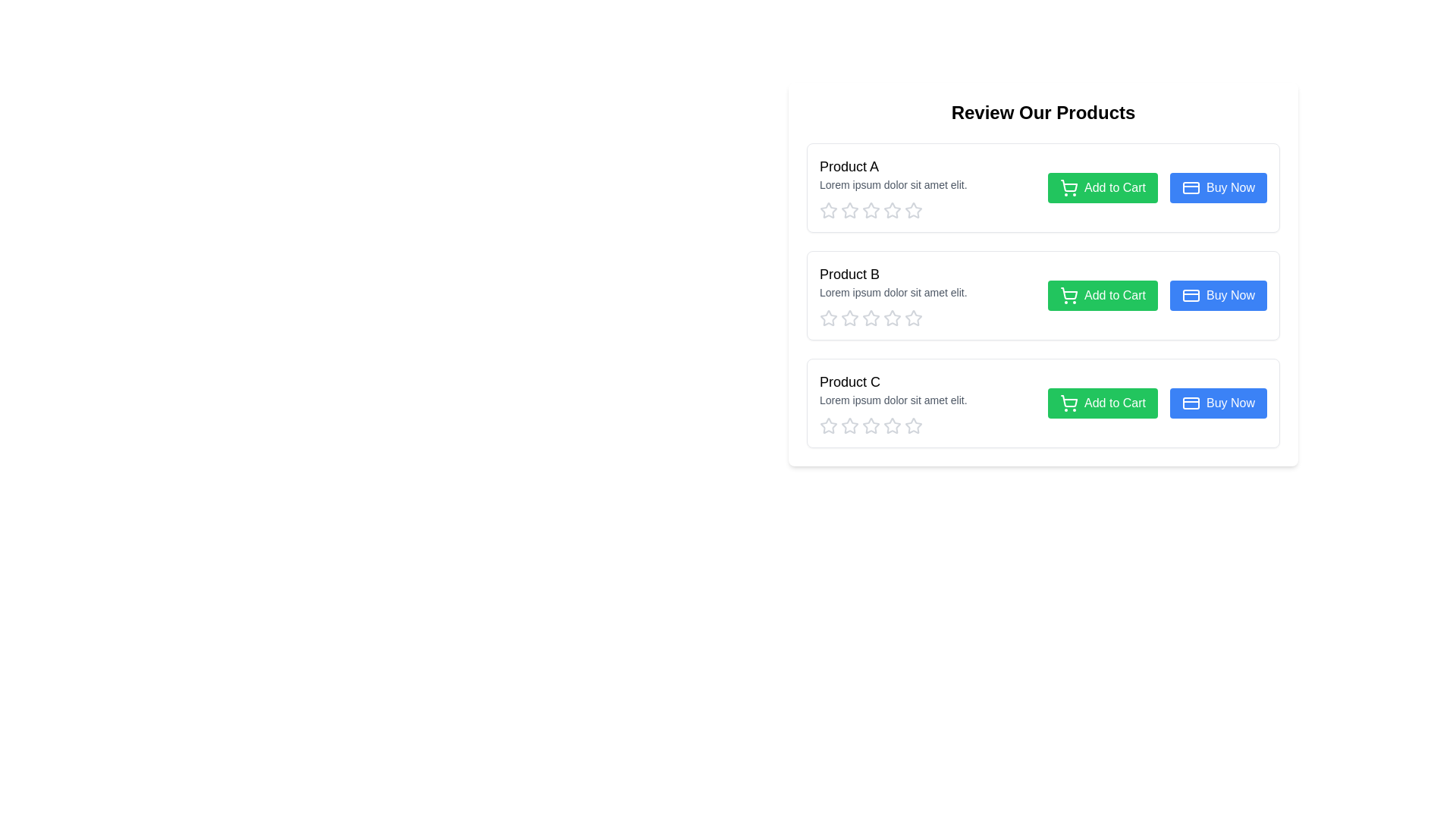 The image size is (1456, 819). What do you see at coordinates (828, 426) in the screenshot?
I see `the first star in the five-star rating system located under the 'Product C' section` at bounding box center [828, 426].